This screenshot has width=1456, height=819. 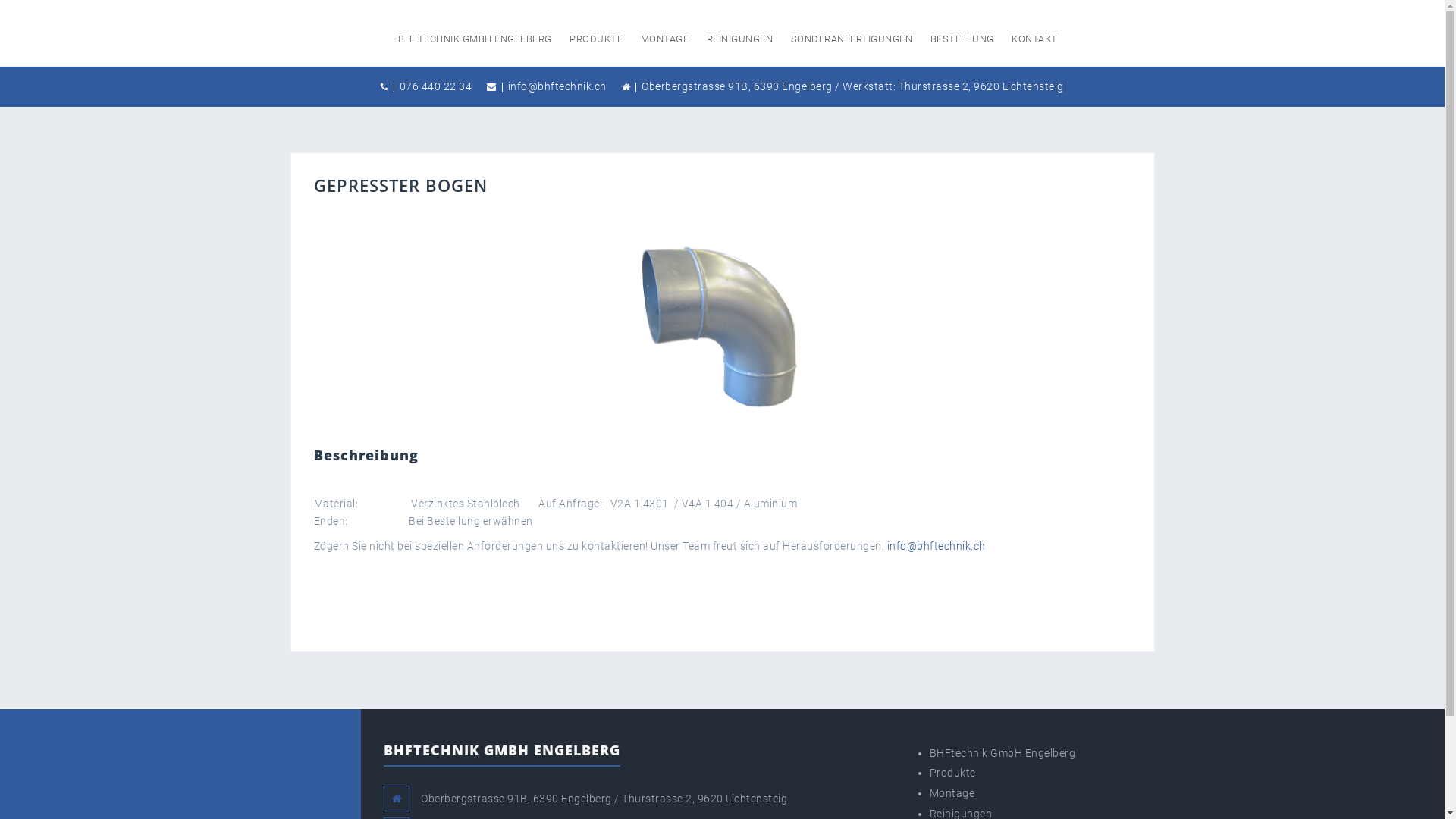 What do you see at coordinates (640, 38) in the screenshot?
I see `'MONTAGE'` at bounding box center [640, 38].